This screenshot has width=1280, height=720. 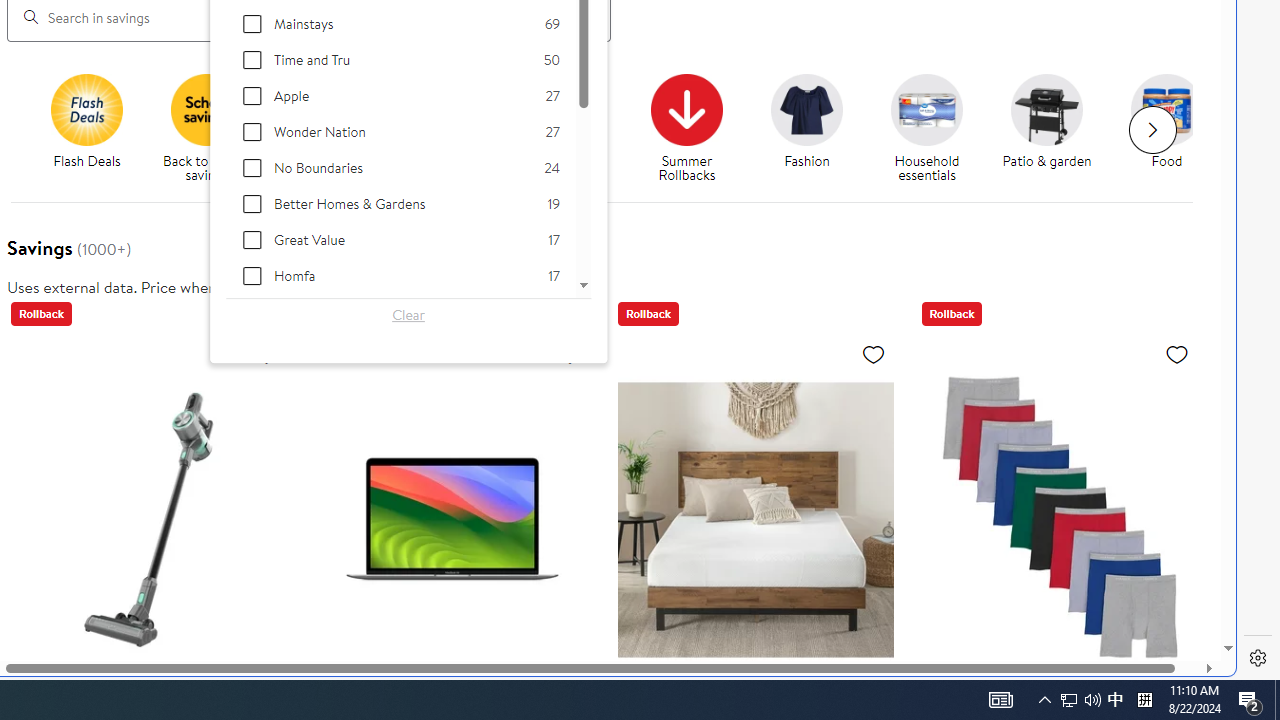 What do you see at coordinates (687, 109) in the screenshot?
I see `'Summer Rollbacks'` at bounding box center [687, 109].